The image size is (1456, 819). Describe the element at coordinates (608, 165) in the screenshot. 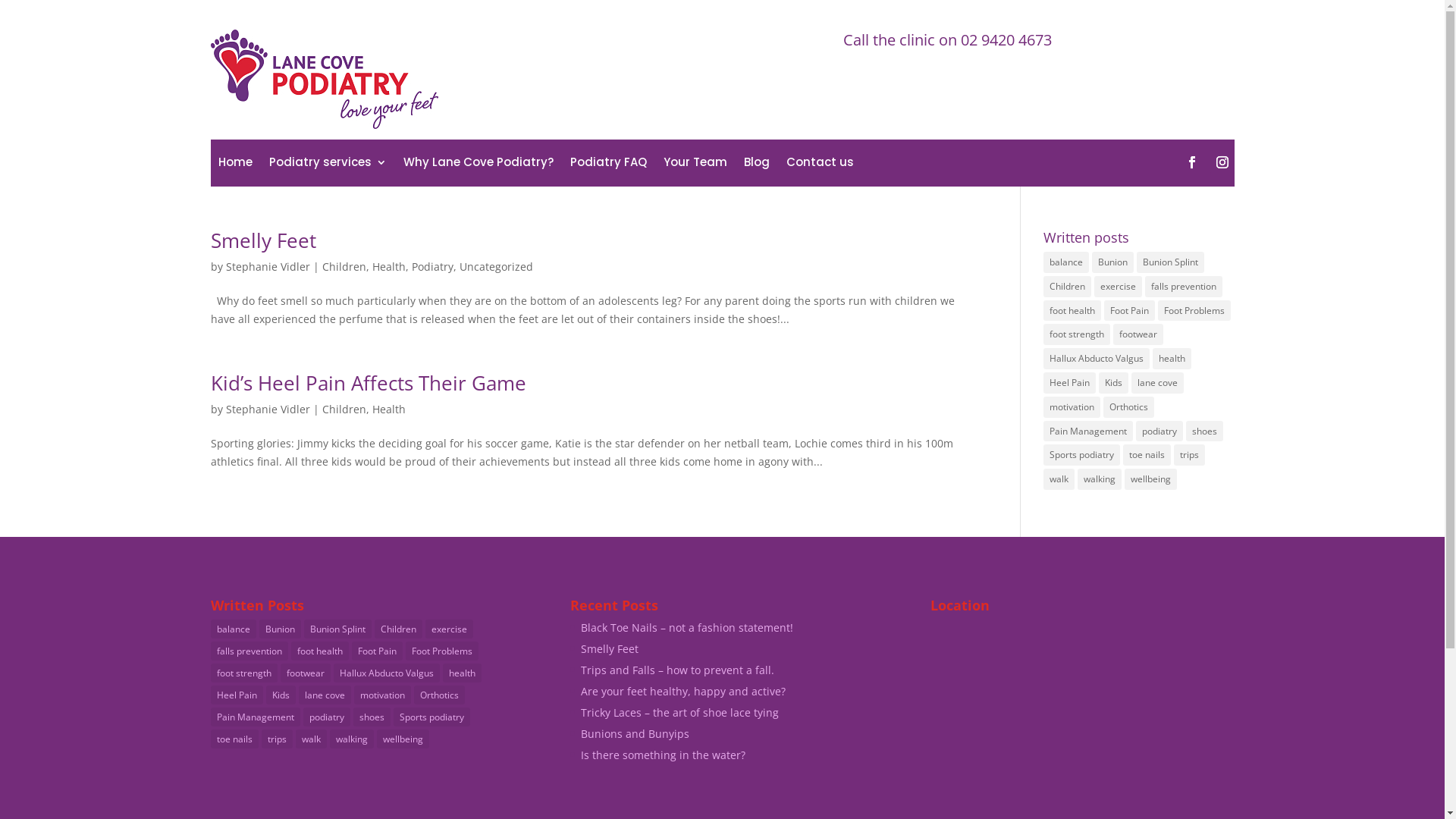

I see `'Podiatry FAQ'` at that location.